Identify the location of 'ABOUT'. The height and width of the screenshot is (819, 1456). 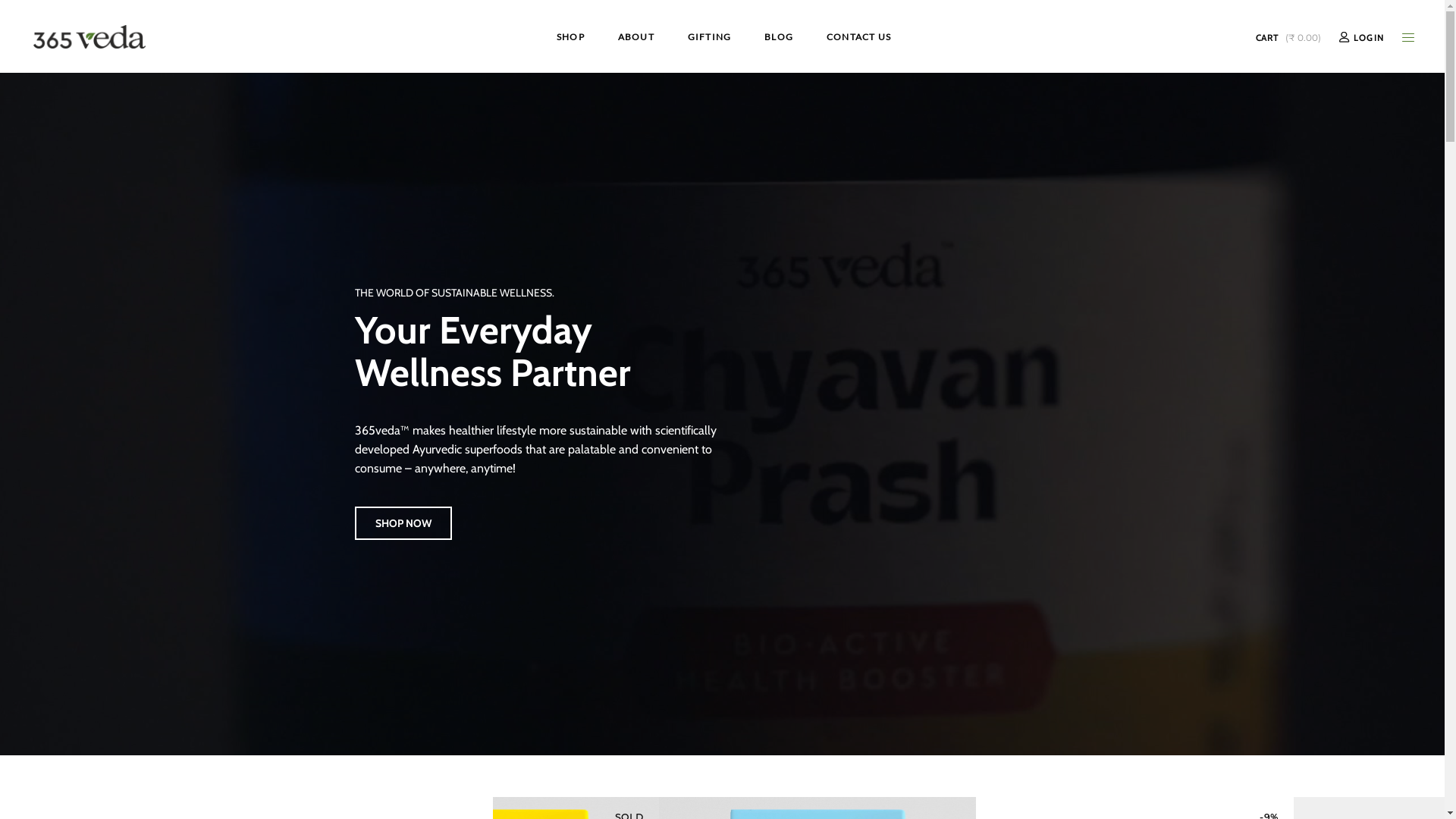
(600, 35).